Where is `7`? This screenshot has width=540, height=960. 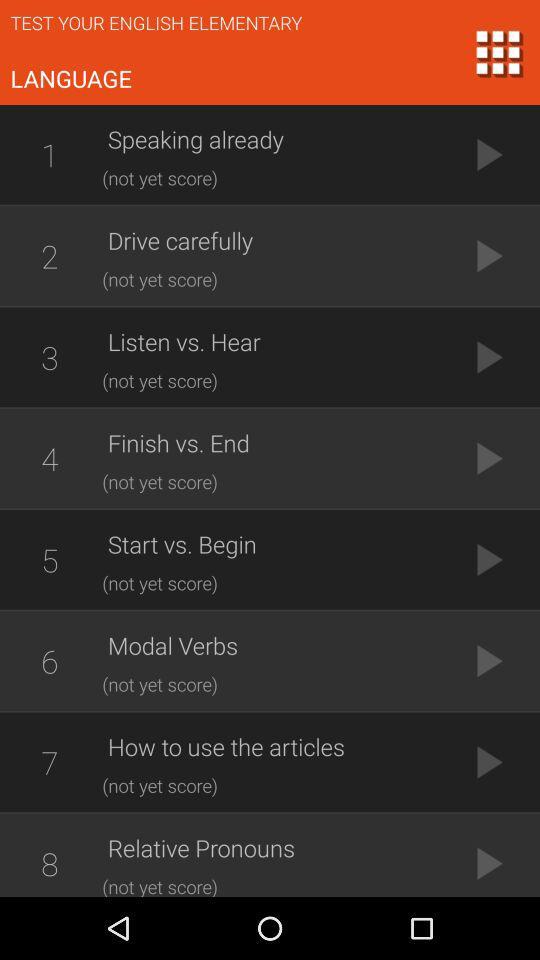
7 is located at coordinates (49, 761).